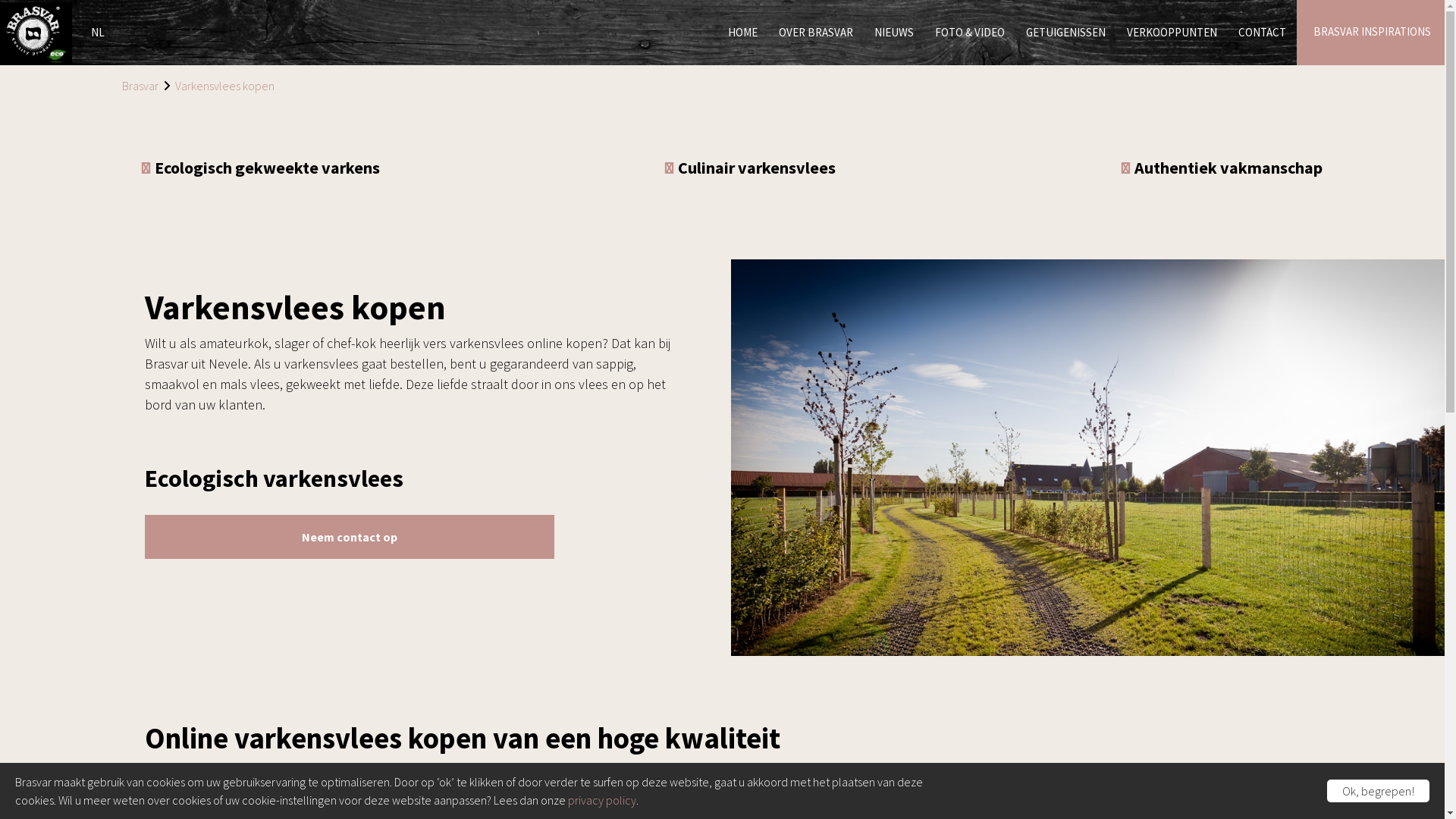 This screenshot has width=1456, height=819. What do you see at coordinates (1210, 770) in the screenshot?
I see `'onze verkooppunten'` at bounding box center [1210, 770].